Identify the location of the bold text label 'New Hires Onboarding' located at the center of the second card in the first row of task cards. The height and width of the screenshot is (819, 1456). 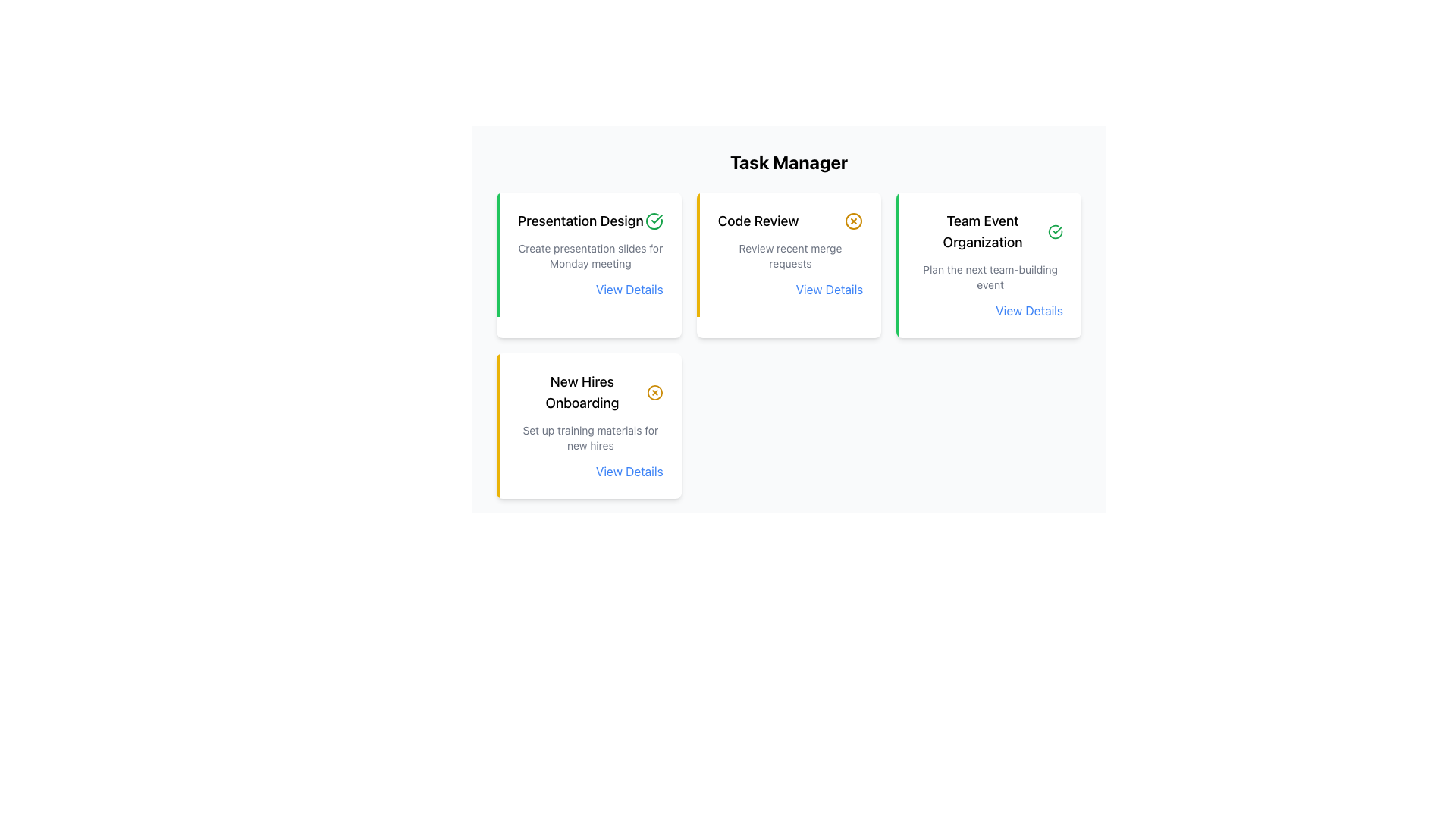
(581, 391).